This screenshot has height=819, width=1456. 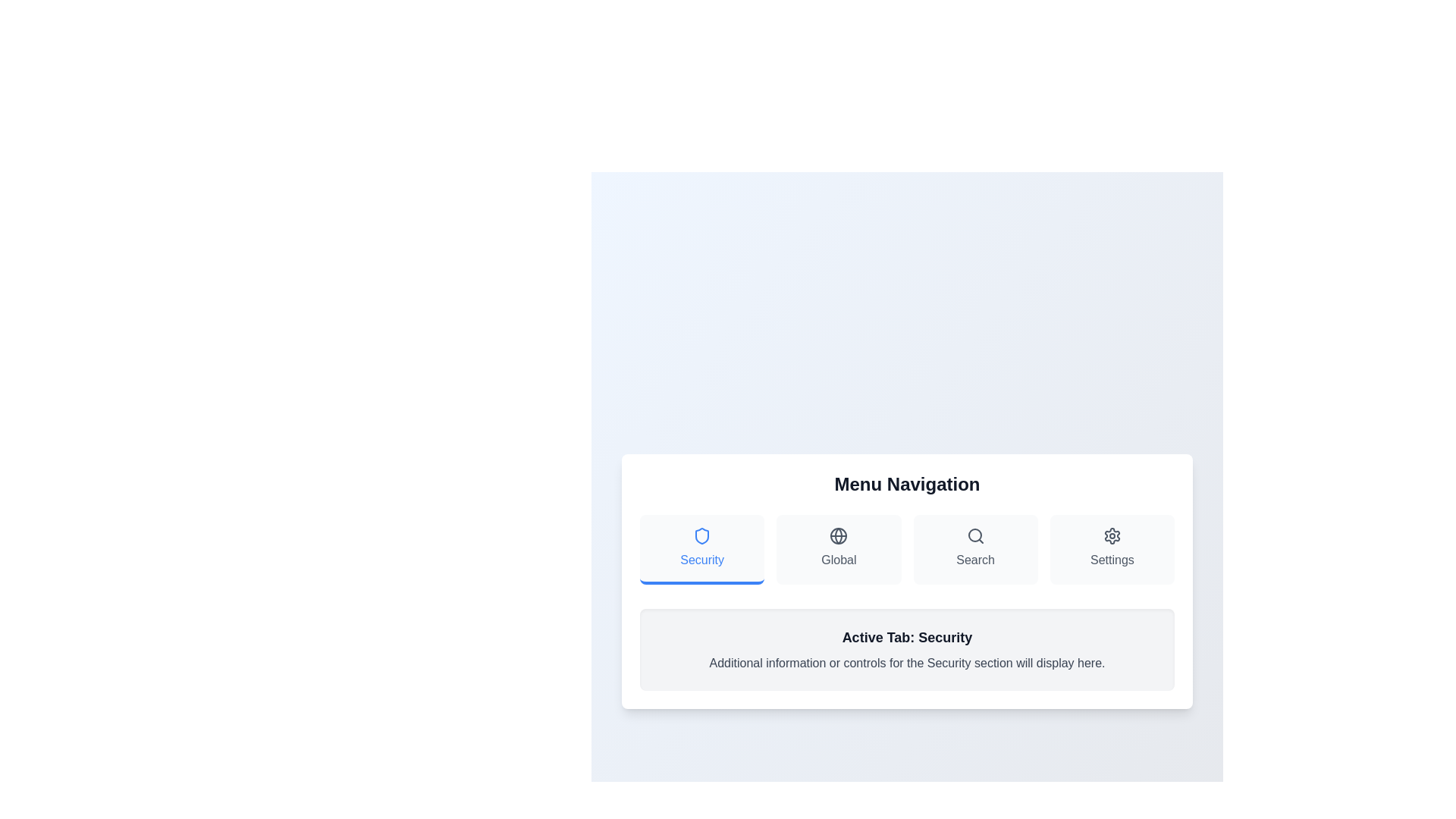 What do you see at coordinates (1112, 550) in the screenshot?
I see `the Settings tab by clicking on it` at bounding box center [1112, 550].